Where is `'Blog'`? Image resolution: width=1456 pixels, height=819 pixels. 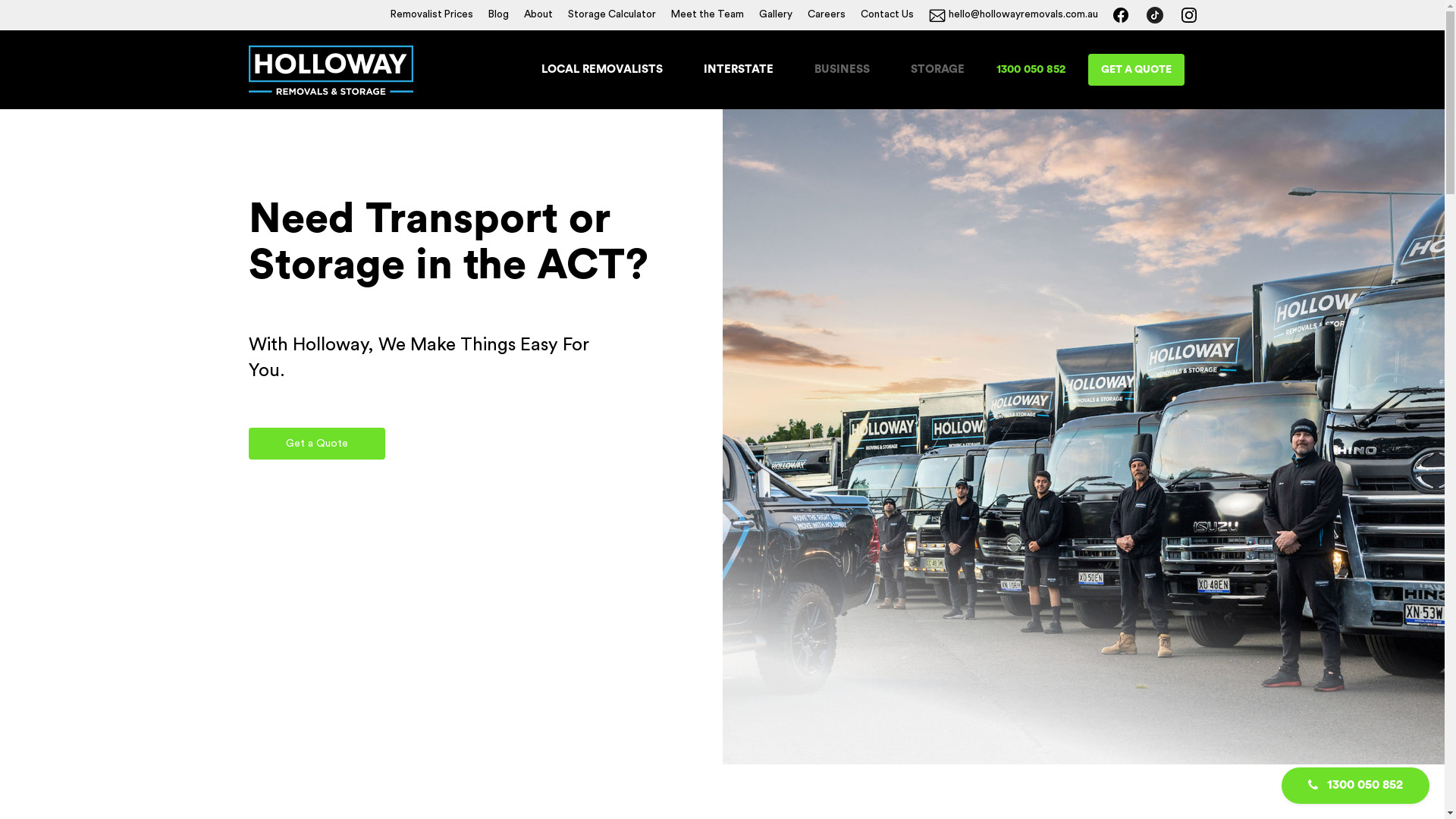 'Blog' is located at coordinates (498, 14).